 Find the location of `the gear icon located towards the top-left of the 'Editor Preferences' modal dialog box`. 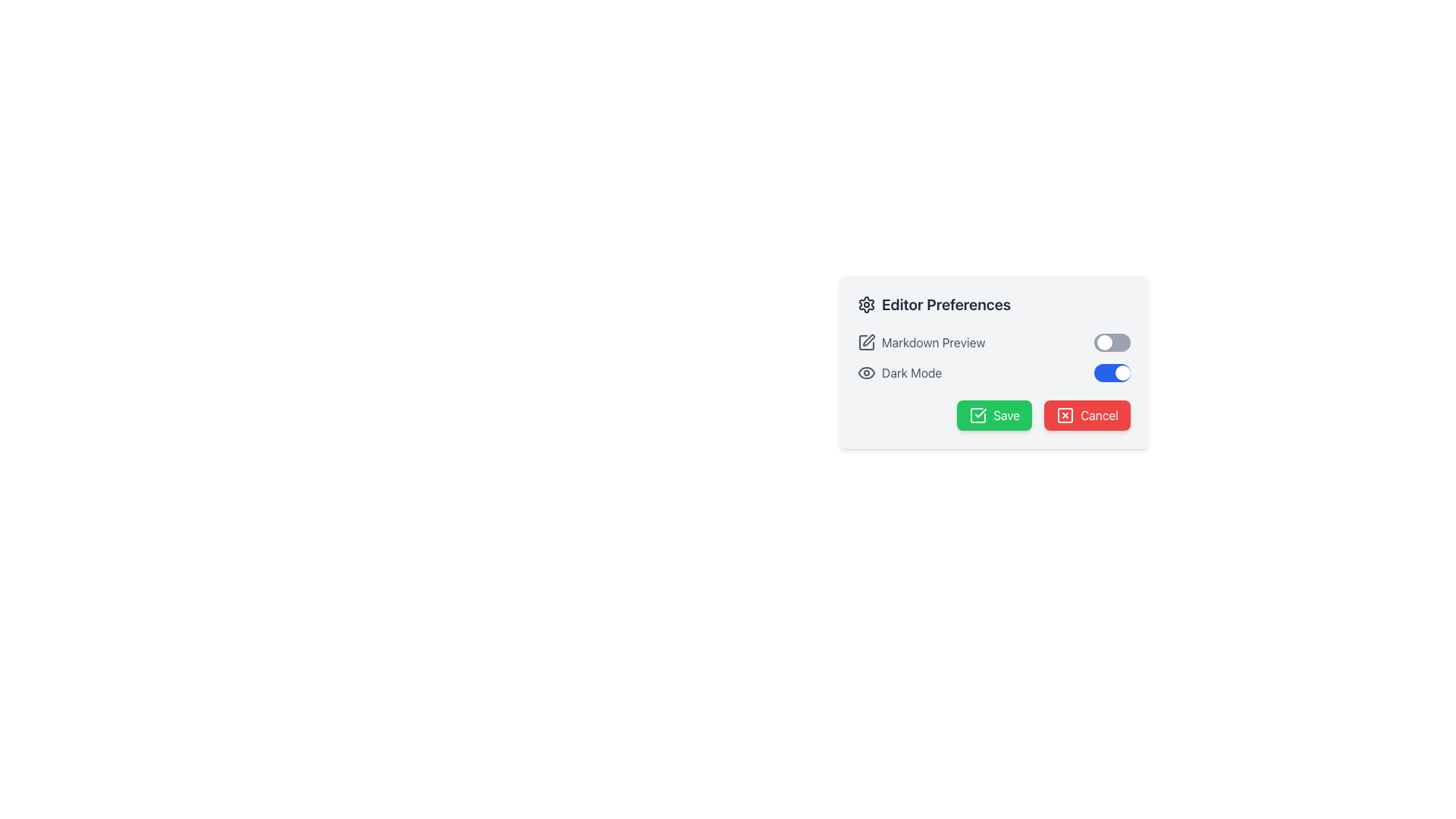

the gear icon located towards the top-left of the 'Editor Preferences' modal dialog box is located at coordinates (866, 304).